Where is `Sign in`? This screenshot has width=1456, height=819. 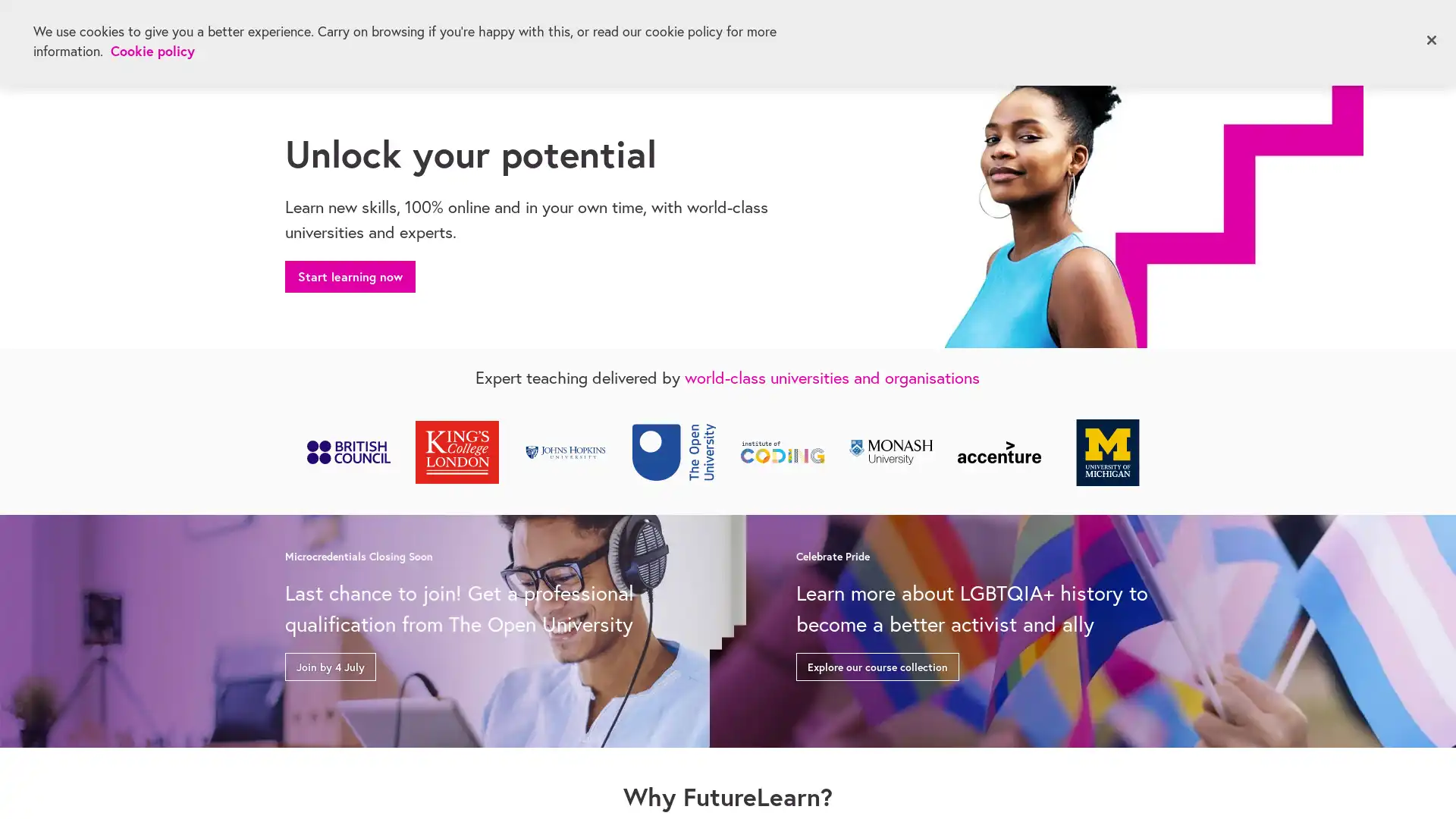
Sign in is located at coordinates (1335, 33).